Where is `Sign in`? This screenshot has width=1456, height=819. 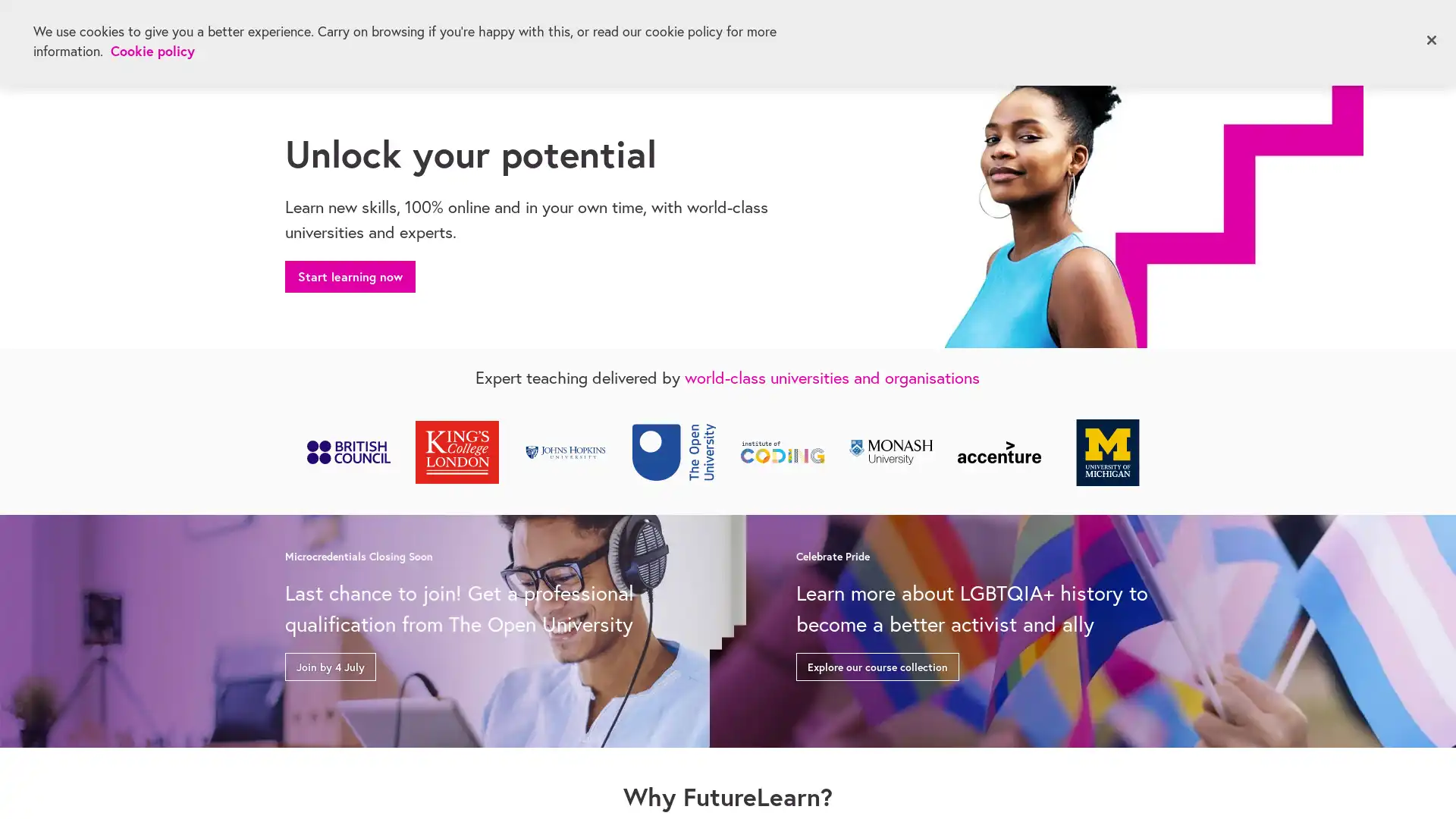
Sign in is located at coordinates (1335, 33).